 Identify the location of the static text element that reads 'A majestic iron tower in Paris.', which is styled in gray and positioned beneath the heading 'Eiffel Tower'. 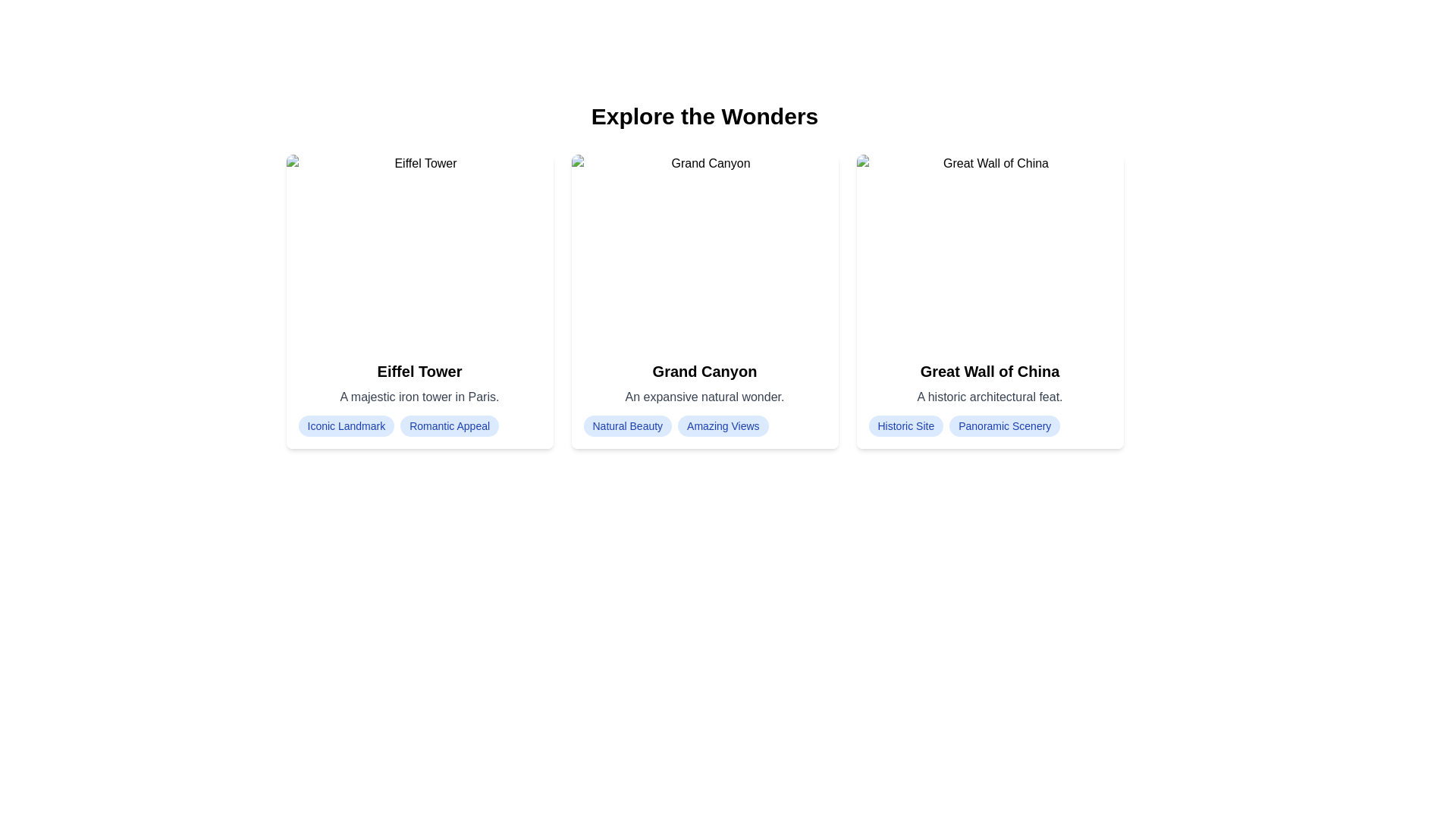
(419, 397).